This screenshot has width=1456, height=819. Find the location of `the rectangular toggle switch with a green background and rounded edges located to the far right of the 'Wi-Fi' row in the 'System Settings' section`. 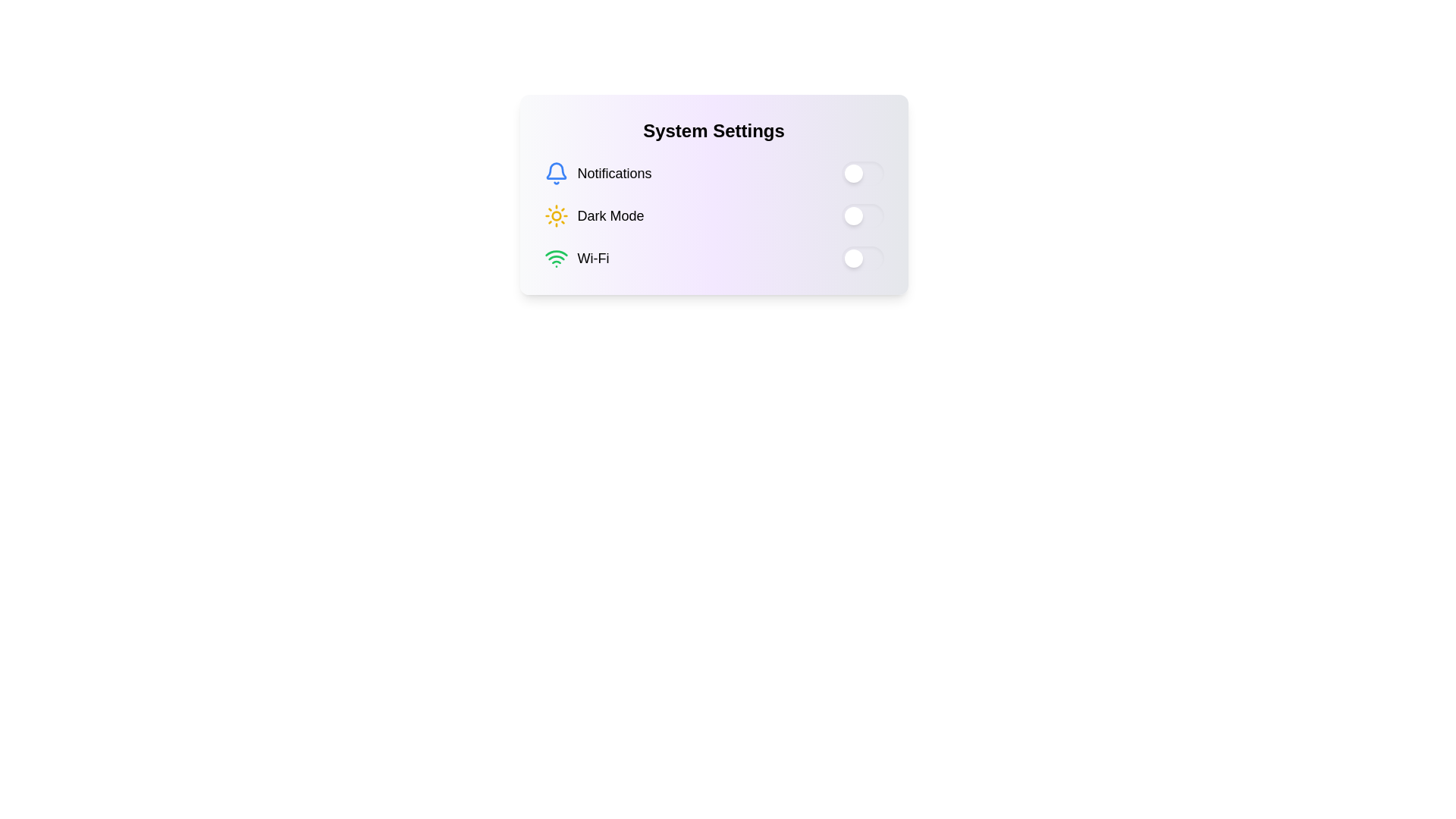

the rectangular toggle switch with a green background and rounded edges located to the far right of the 'Wi-Fi' row in the 'System Settings' section is located at coordinates (862, 257).